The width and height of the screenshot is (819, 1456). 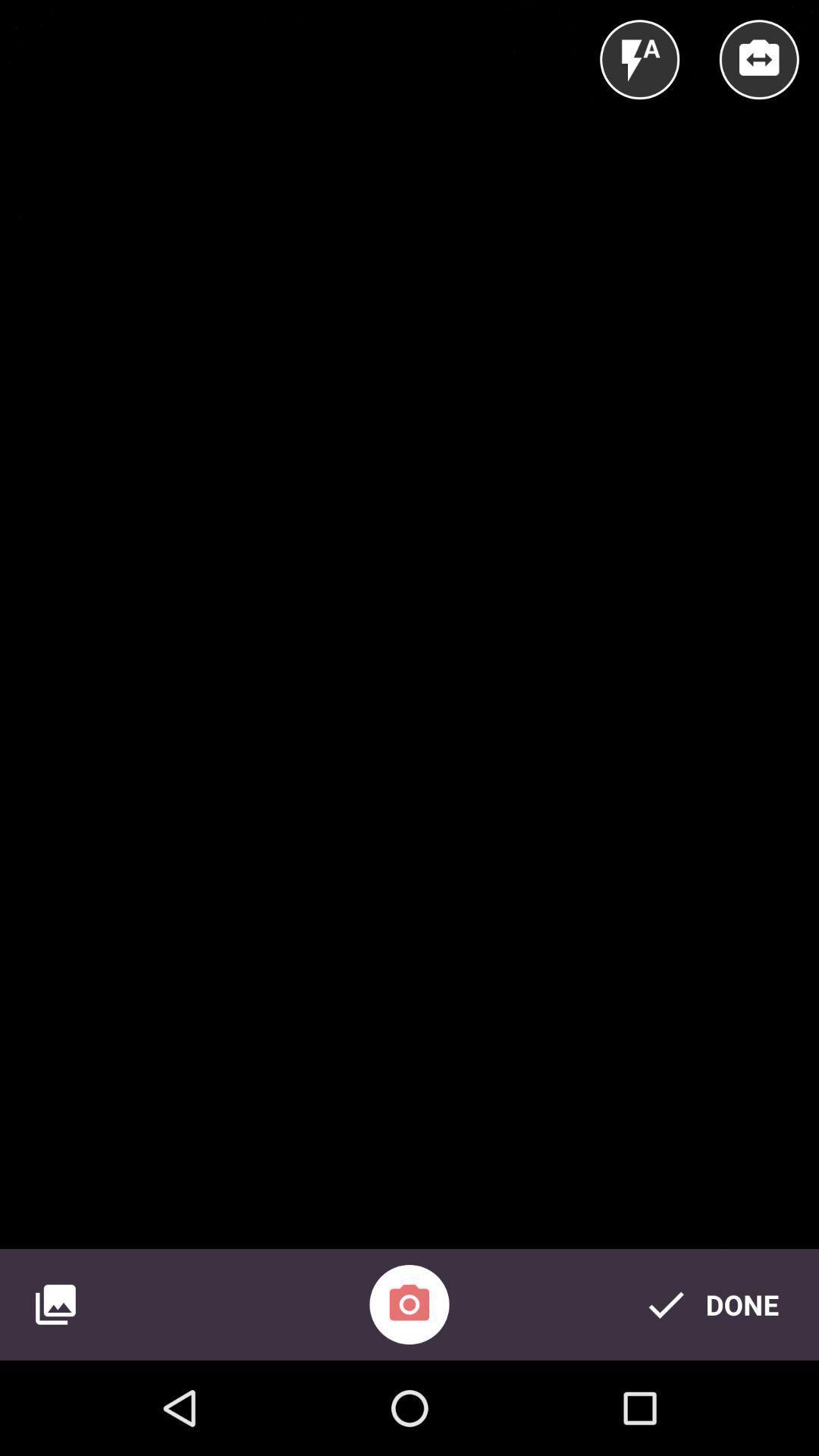 I want to click on the flash icon, so click(x=639, y=59).